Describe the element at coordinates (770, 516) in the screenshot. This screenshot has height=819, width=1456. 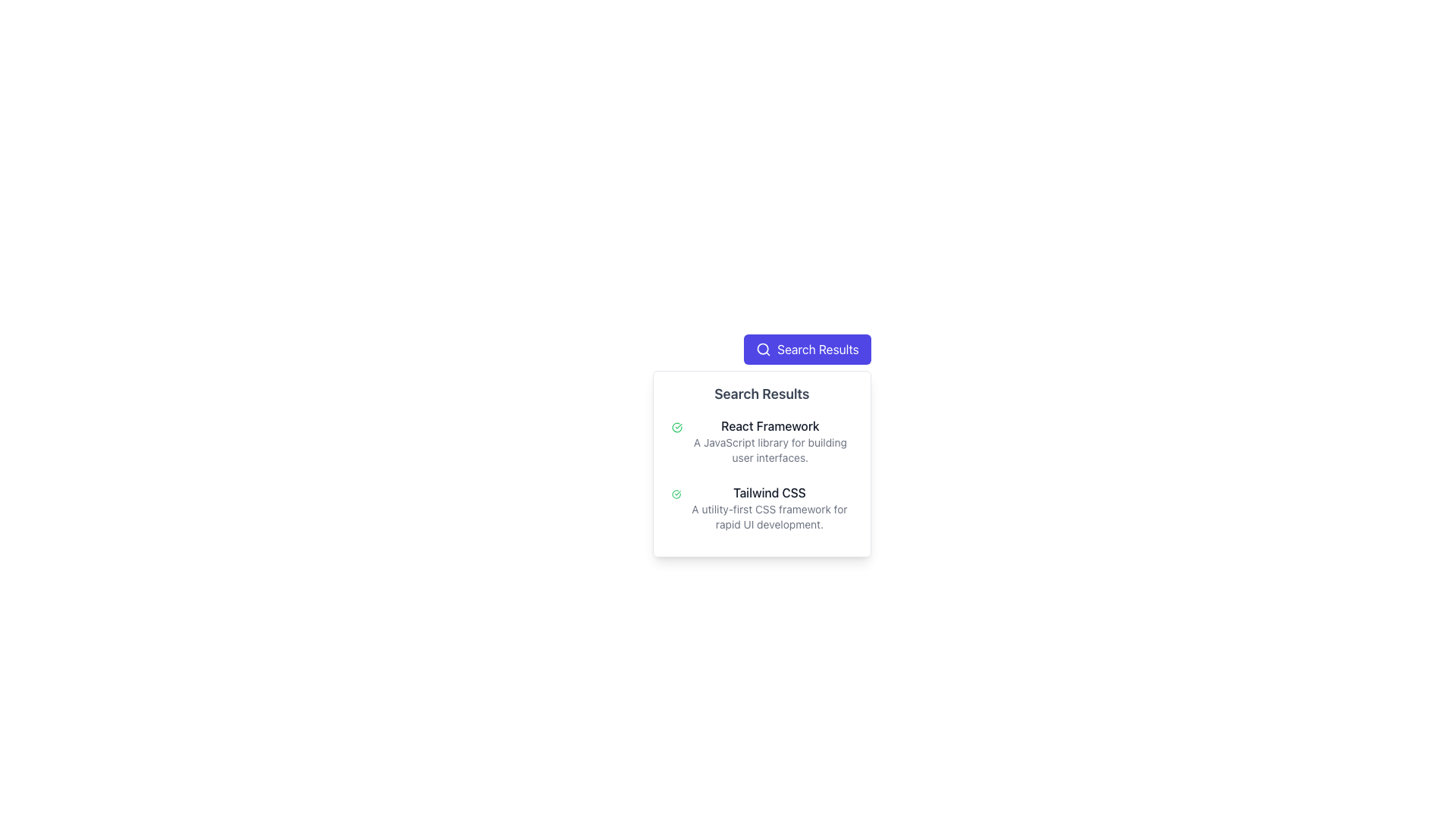
I see `descriptive subtitle text located immediately below the title 'Tailwind CSS' in the search results section, which explains the purpose of Tailwind CSS as a CSS framework` at that location.